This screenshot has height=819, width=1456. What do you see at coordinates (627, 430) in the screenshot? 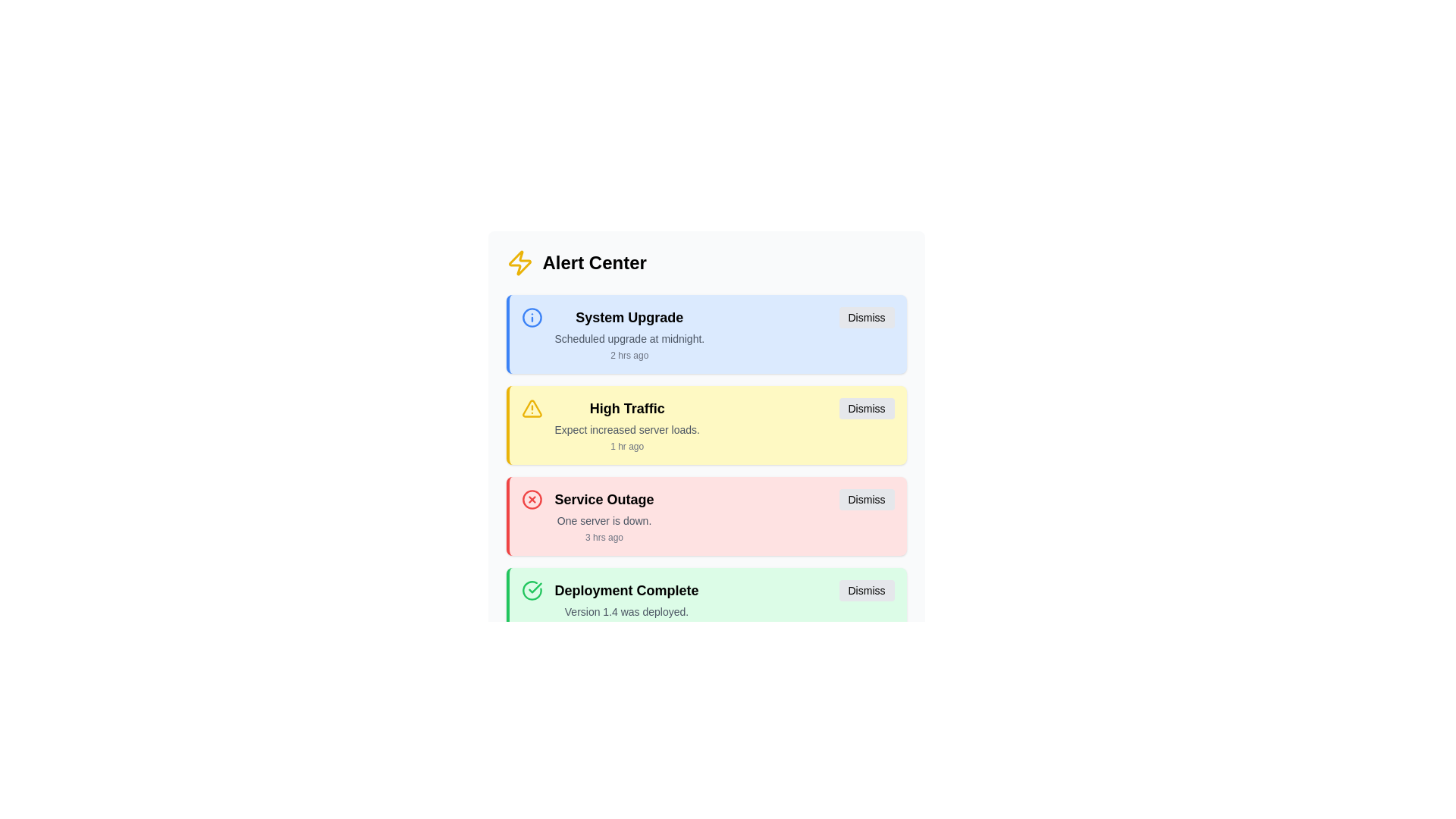
I see `the static text element providing additional descriptive information about the 'High Traffic' alert, located on the yellow background in the 'Alert Center', positioned below the header 'High Traffic'` at bounding box center [627, 430].